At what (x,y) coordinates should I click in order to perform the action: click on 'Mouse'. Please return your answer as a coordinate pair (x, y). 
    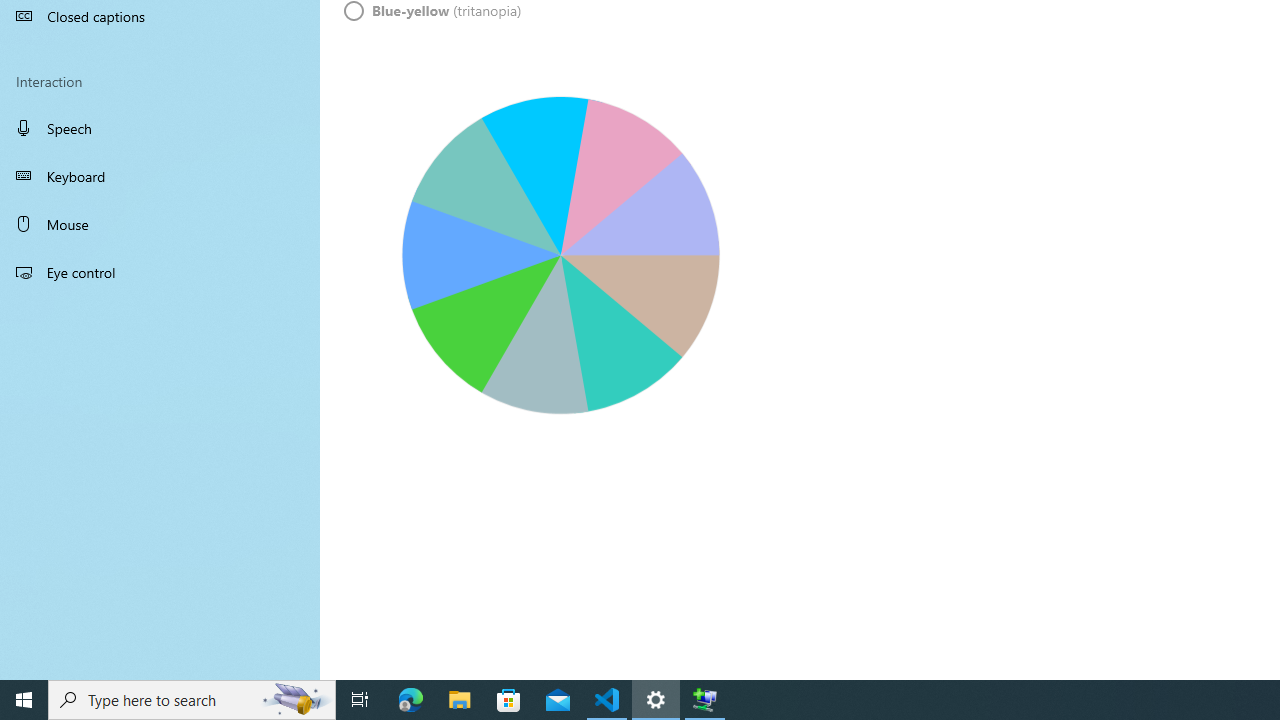
    Looking at the image, I should click on (160, 223).